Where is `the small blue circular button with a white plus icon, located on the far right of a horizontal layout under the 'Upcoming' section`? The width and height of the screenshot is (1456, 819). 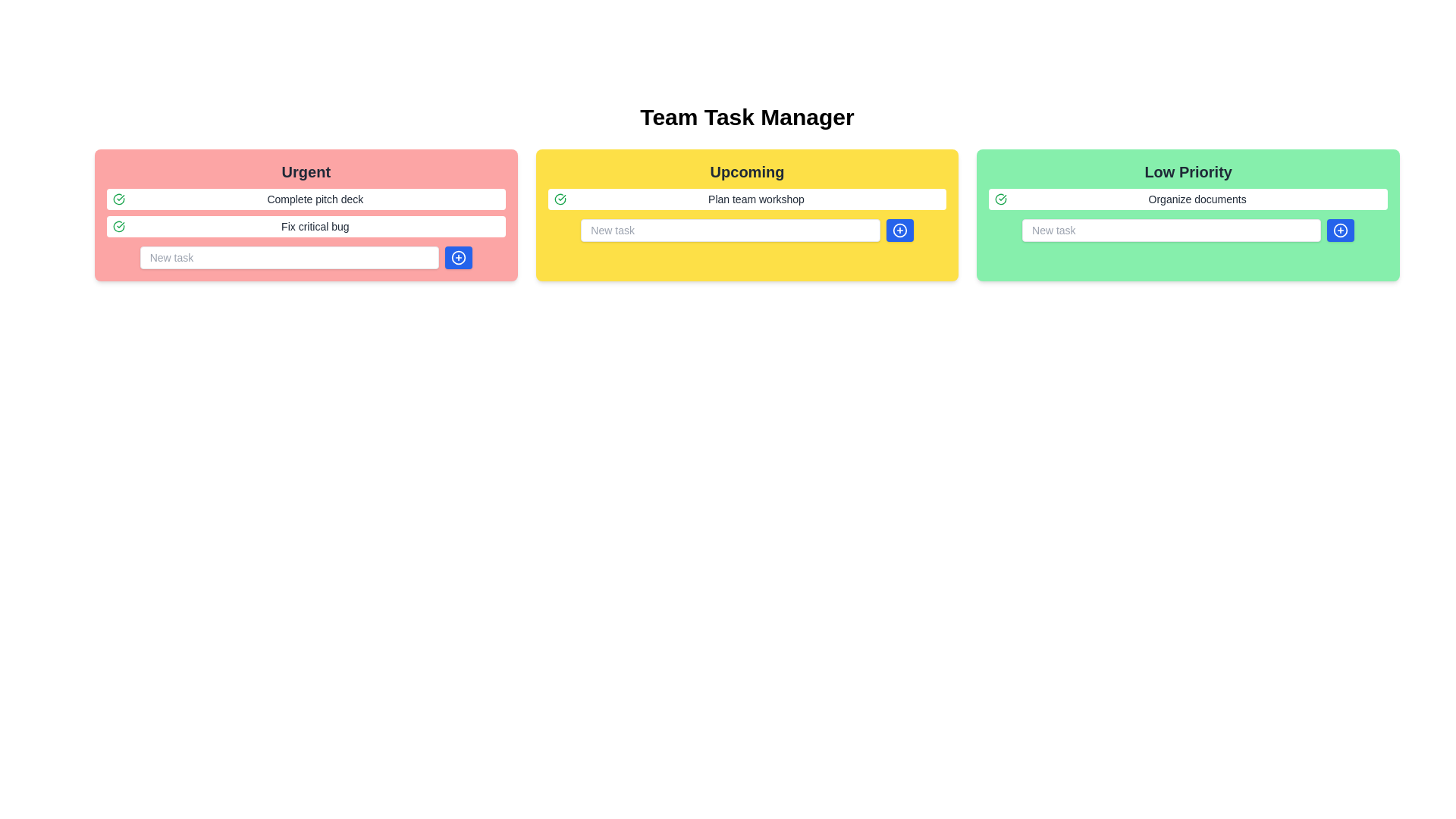
the small blue circular button with a white plus icon, located on the far right of a horizontal layout under the 'Upcoming' section is located at coordinates (899, 231).